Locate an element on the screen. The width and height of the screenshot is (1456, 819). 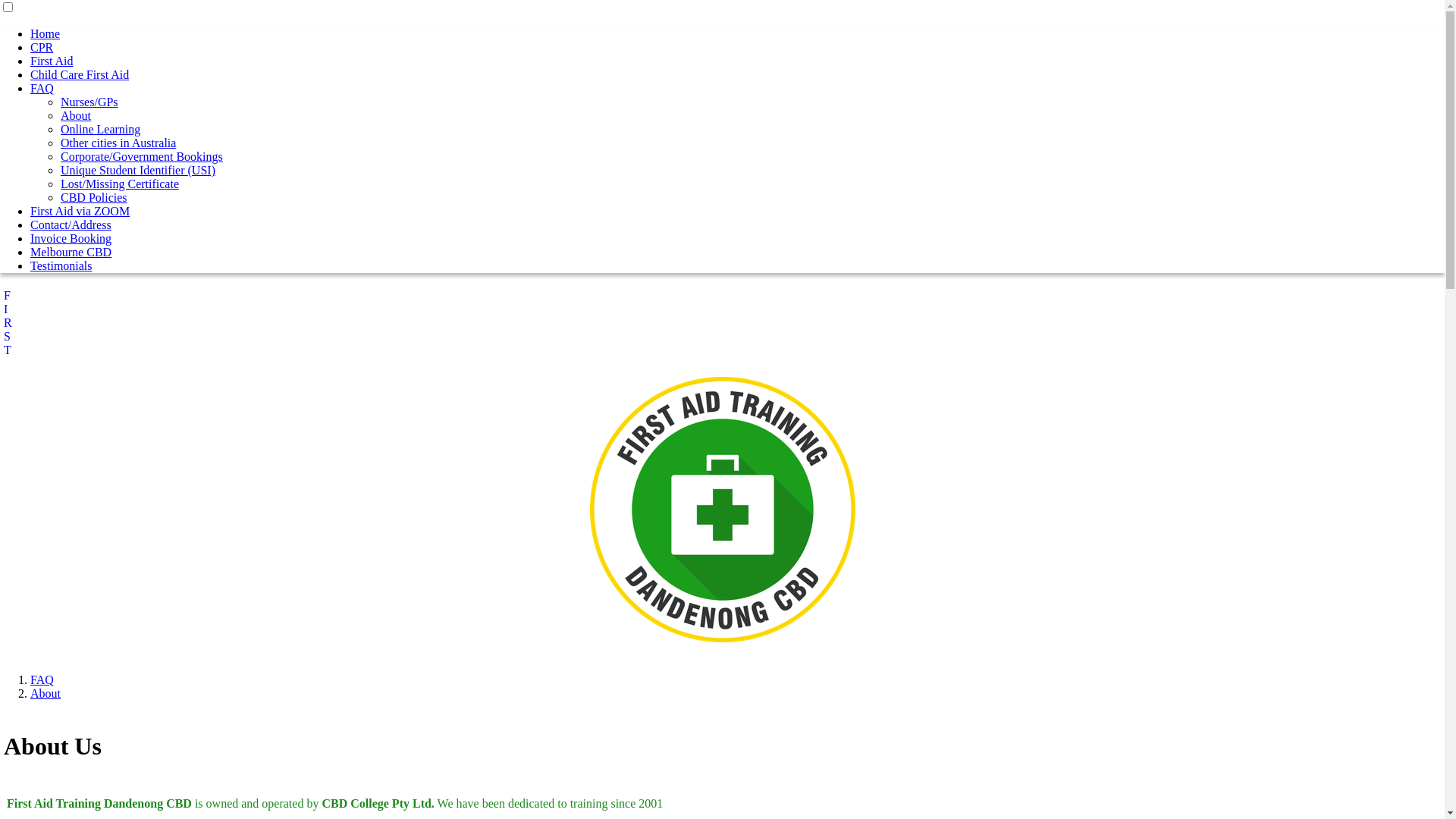
'Unique Student Identifier (USI)' is located at coordinates (138, 170).